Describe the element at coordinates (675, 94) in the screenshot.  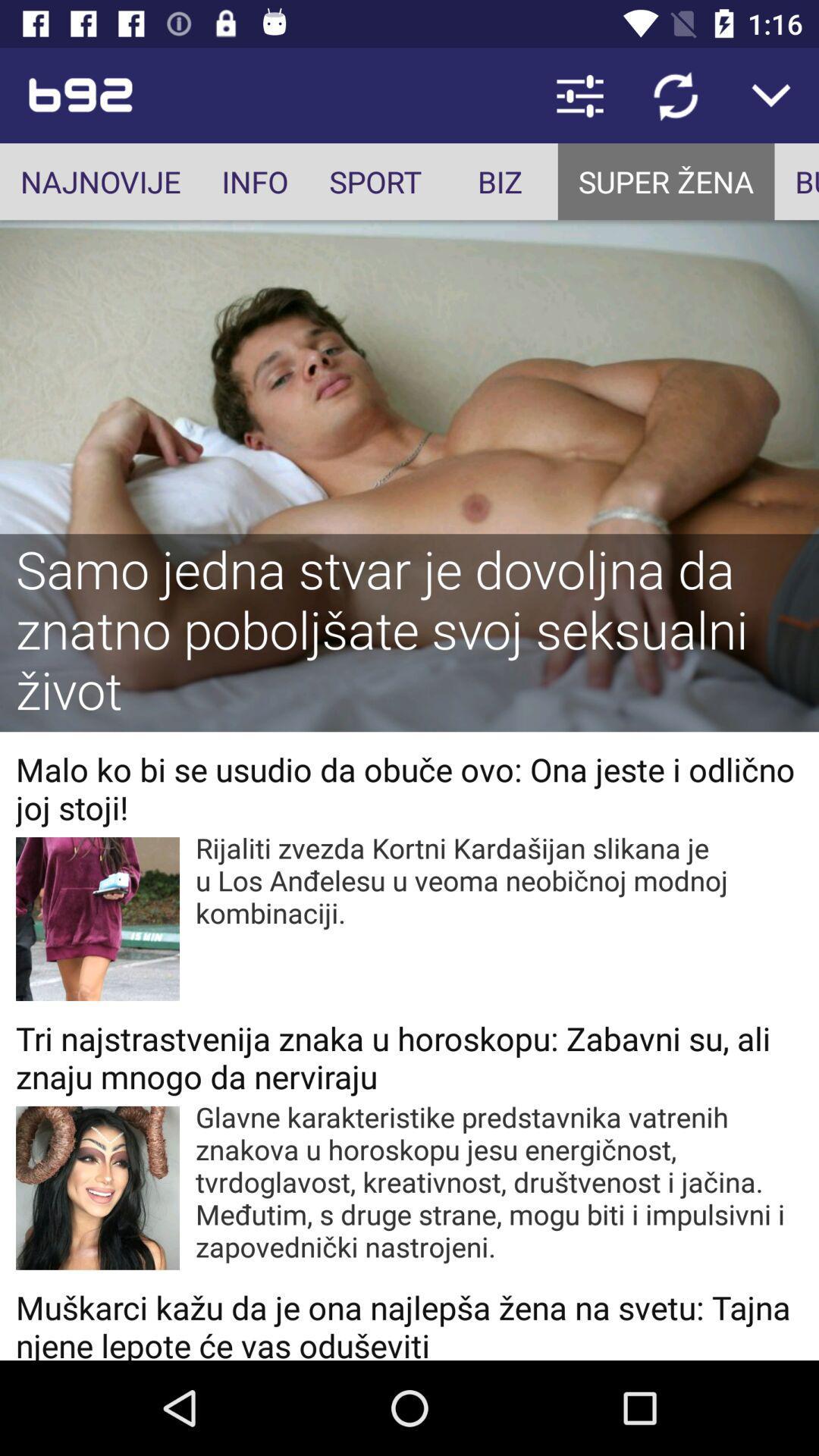
I see `the refresh icon` at that location.